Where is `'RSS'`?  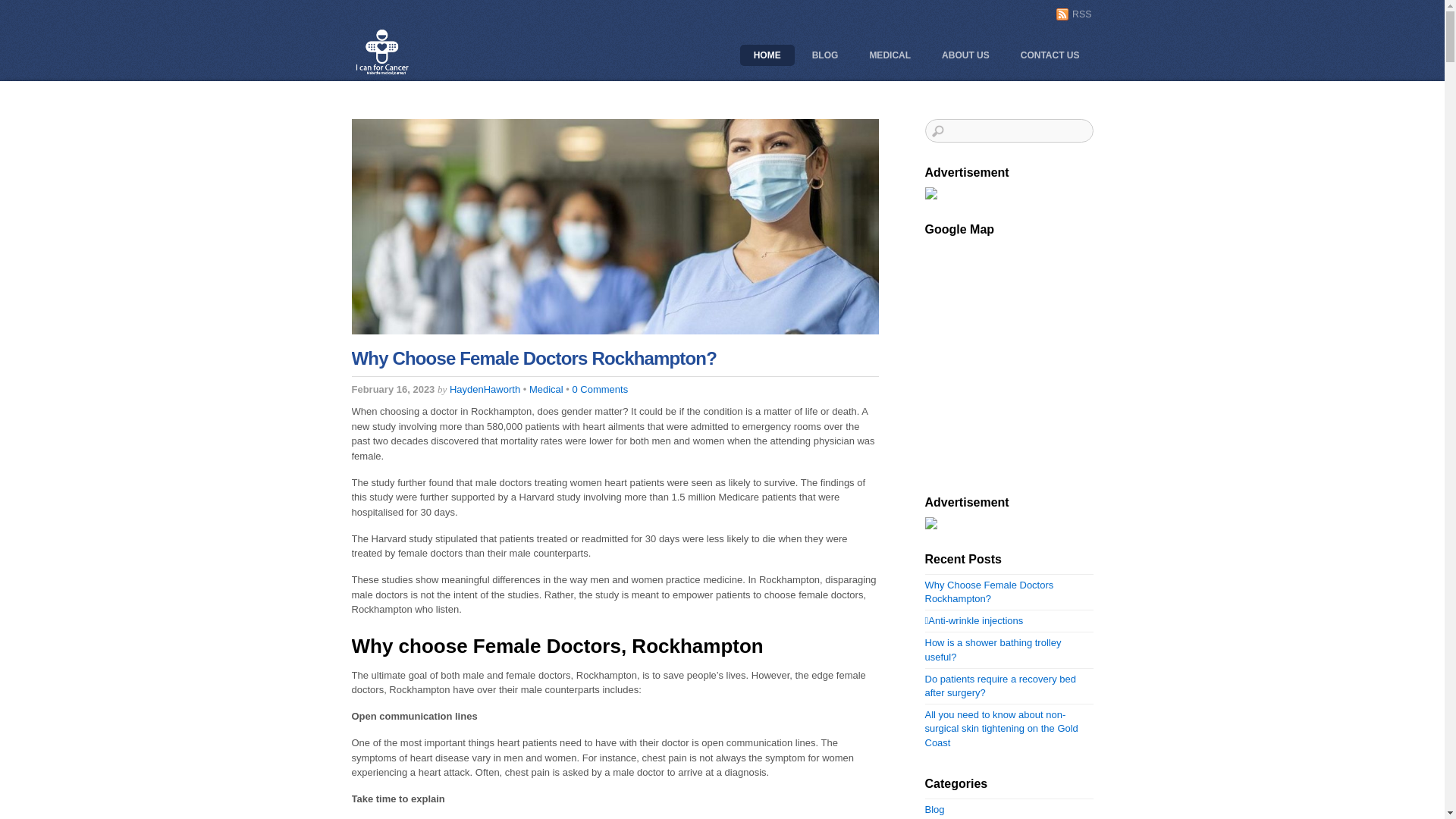
'RSS' is located at coordinates (1073, 14).